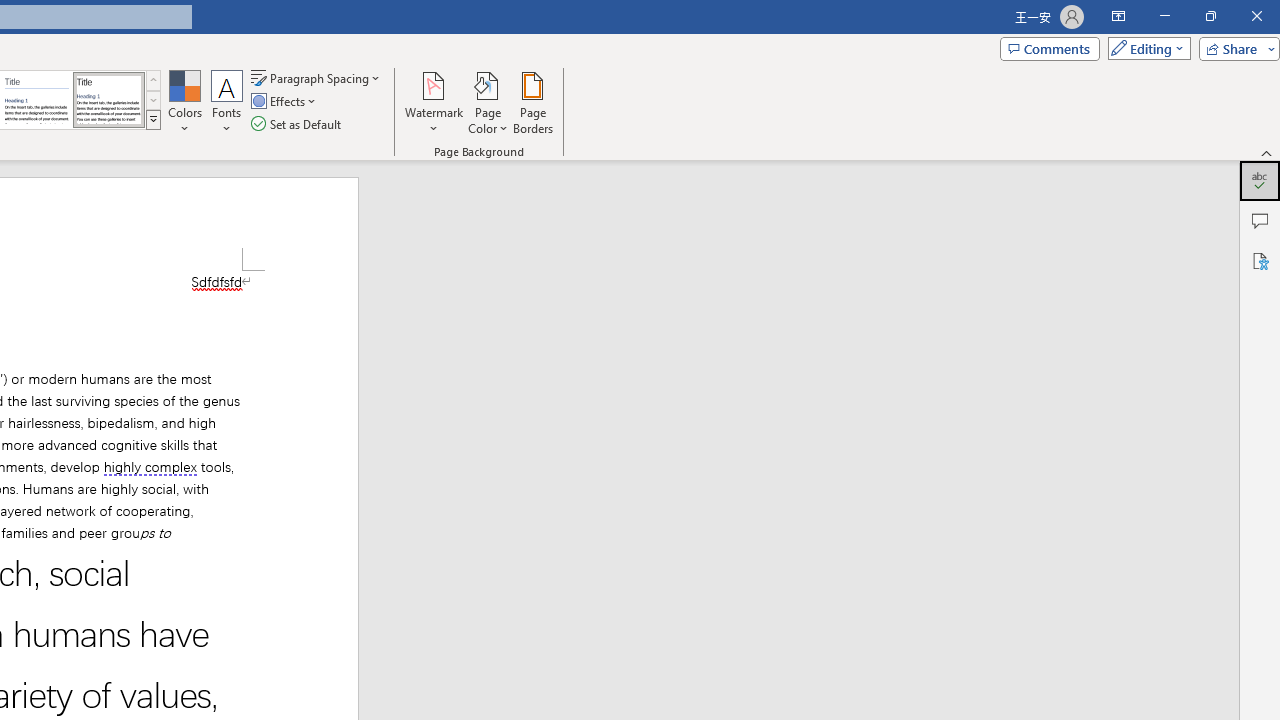  What do you see at coordinates (37, 100) in the screenshot?
I see `'Word 2010'` at bounding box center [37, 100].